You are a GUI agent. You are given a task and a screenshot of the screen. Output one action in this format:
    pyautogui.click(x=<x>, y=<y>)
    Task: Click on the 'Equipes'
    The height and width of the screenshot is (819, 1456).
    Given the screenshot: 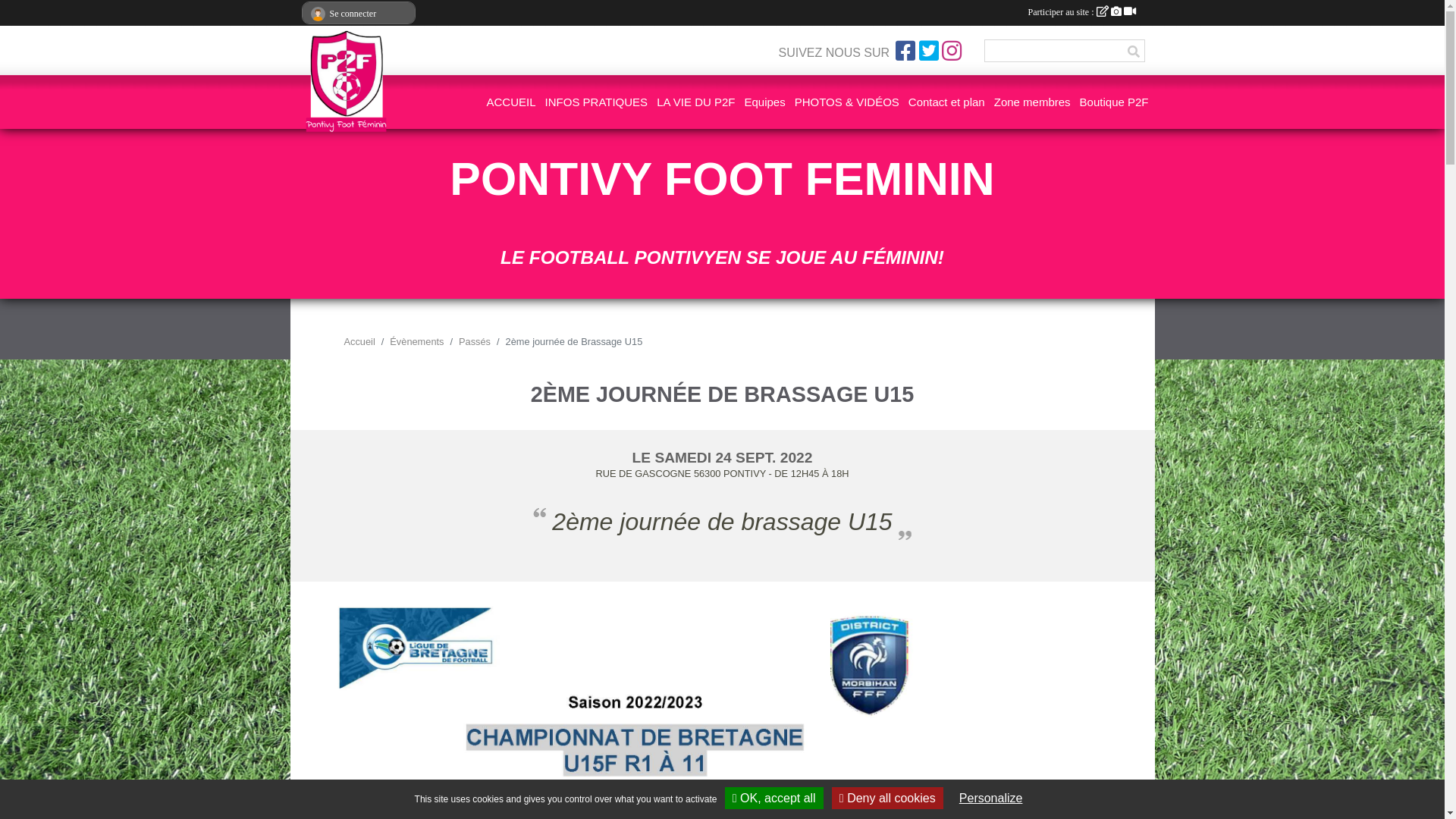 What is the action you would take?
    pyautogui.click(x=764, y=102)
    